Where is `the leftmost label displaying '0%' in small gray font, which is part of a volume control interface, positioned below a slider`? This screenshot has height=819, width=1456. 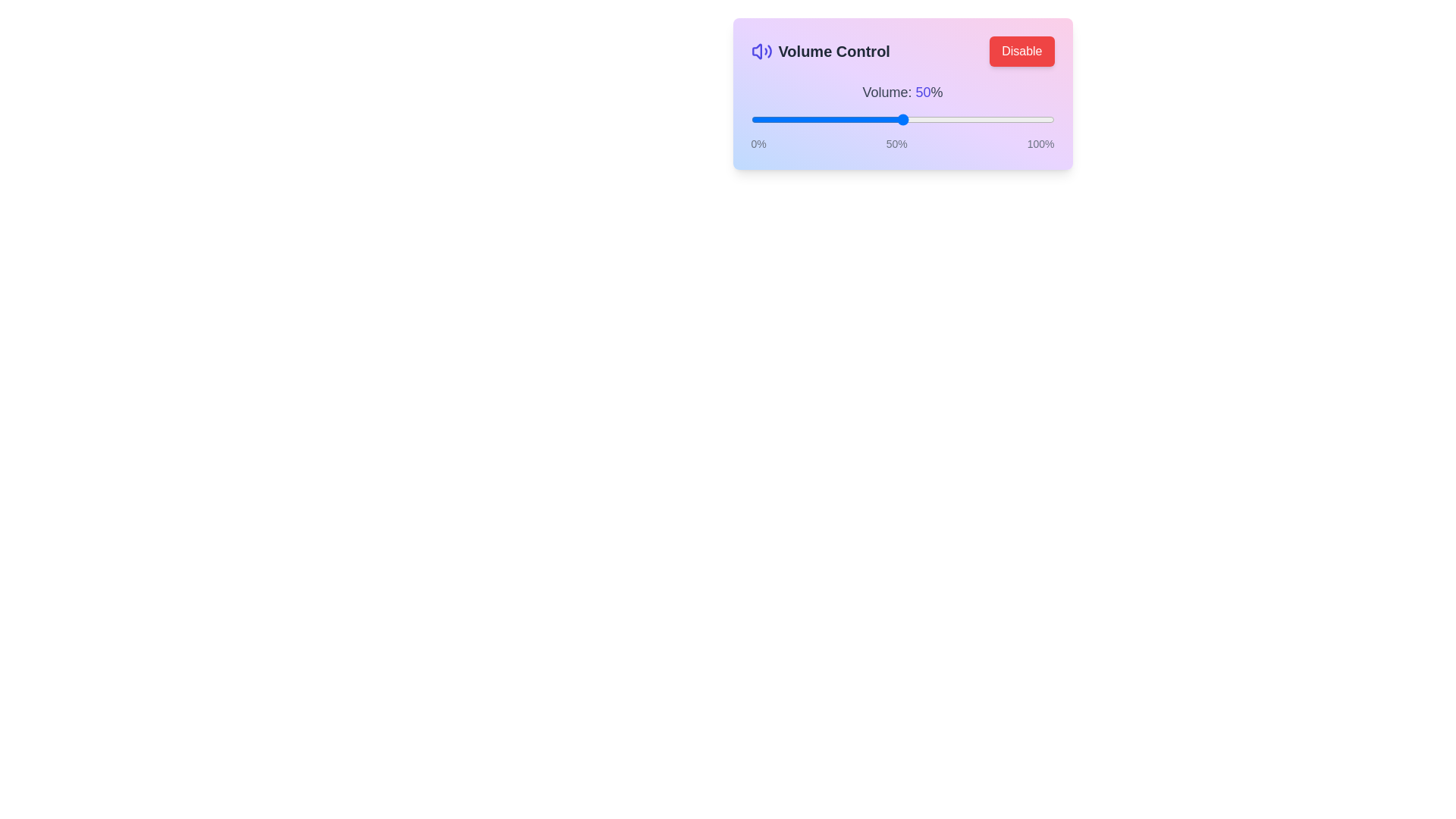
the leftmost label displaying '0%' in small gray font, which is part of a volume control interface, positioned below a slider is located at coordinates (758, 143).